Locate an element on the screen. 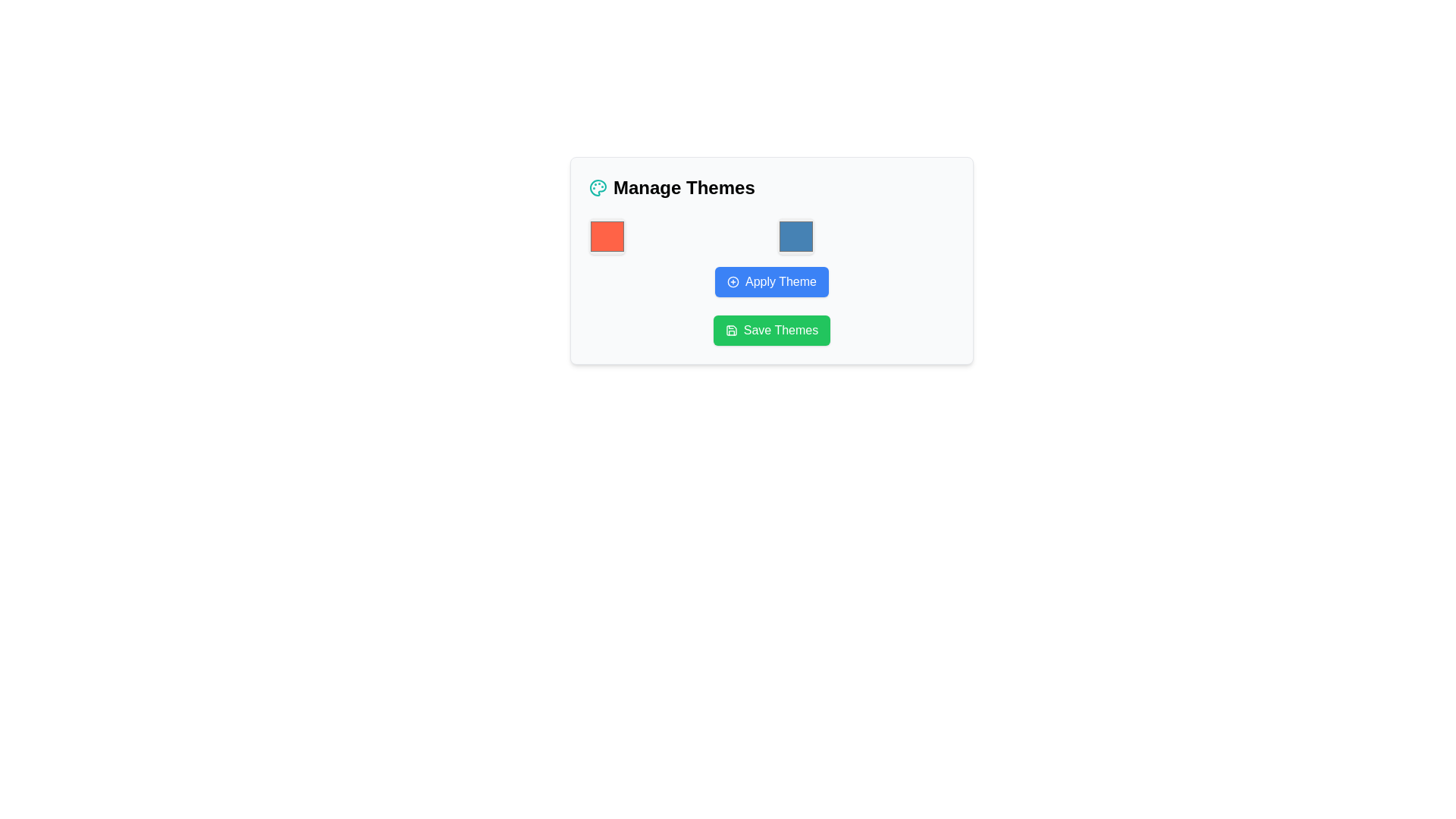 This screenshot has height=819, width=1456. the leftmost color picker in the grid layout is located at coordinates (607, 237).